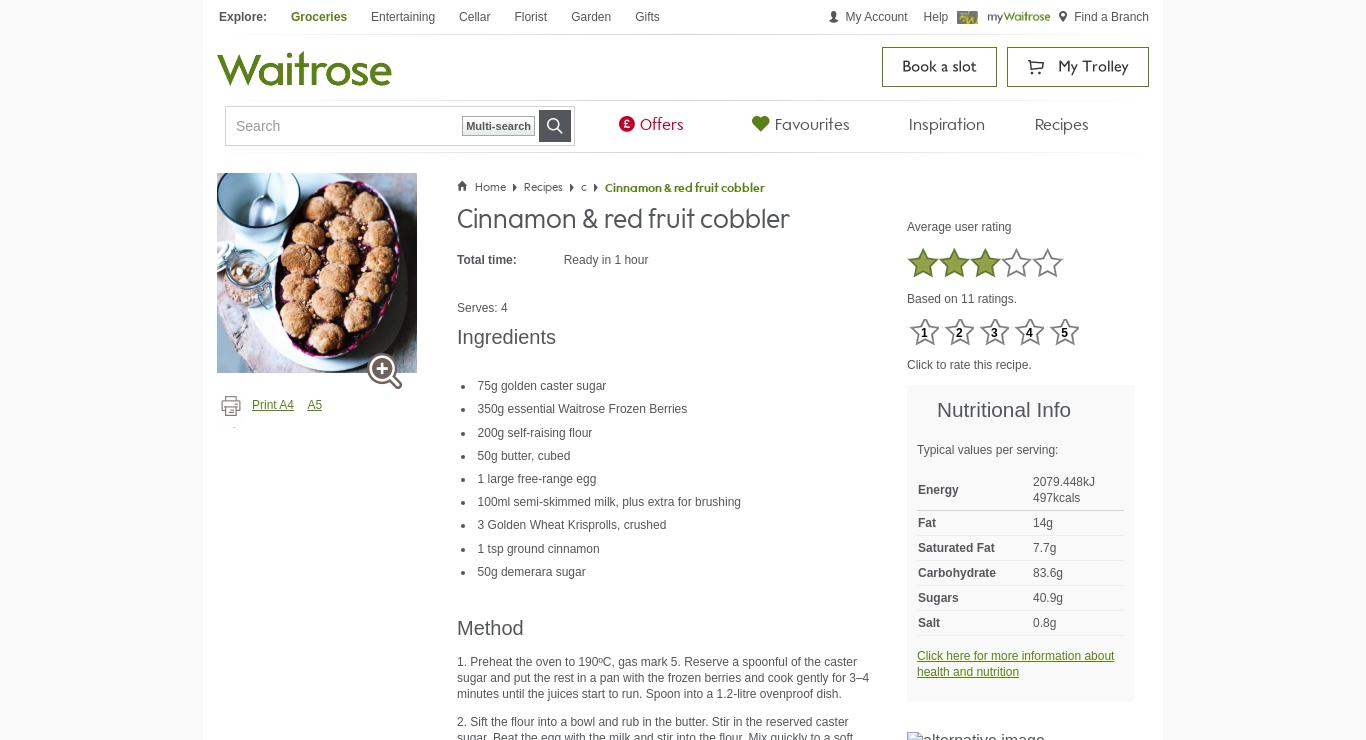 This screenshot has height=740, width=1366. Describe the element at coordinates (510, 55) in the screenshot. I see `'Waitrose'` at that location.